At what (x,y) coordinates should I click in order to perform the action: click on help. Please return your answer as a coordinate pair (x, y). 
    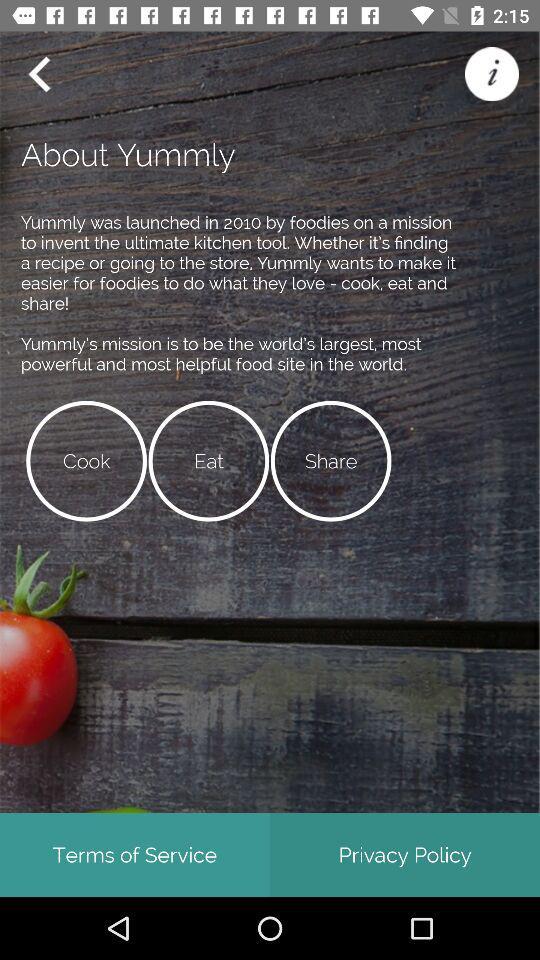
    Looking at the image, I should click on (490, 74).